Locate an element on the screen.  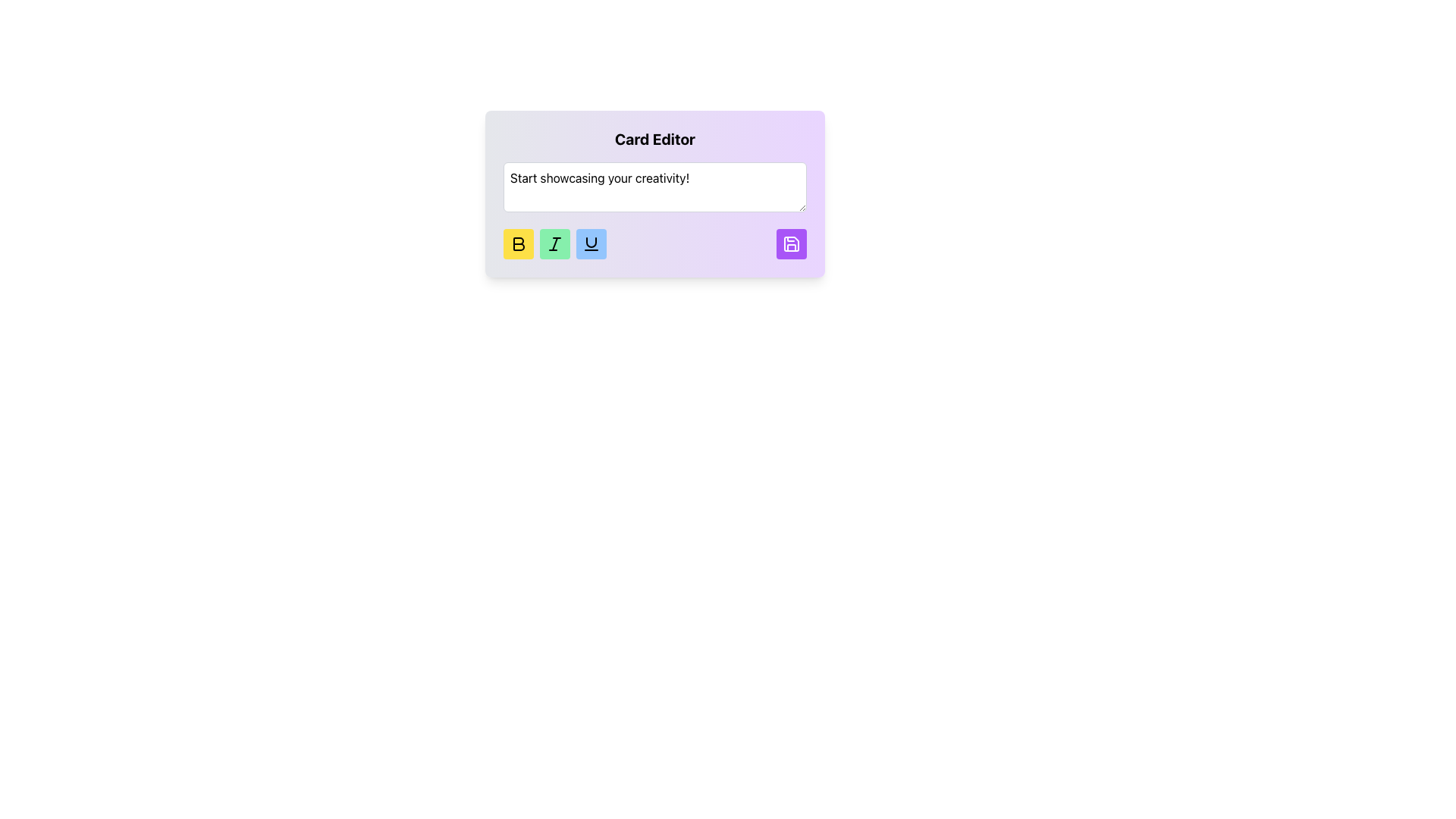
the underline formatting button, which is a small blue icon depicting an underlined letter 'U', located in the toolbar beneath the text input field is located at coordinates (590, 243).